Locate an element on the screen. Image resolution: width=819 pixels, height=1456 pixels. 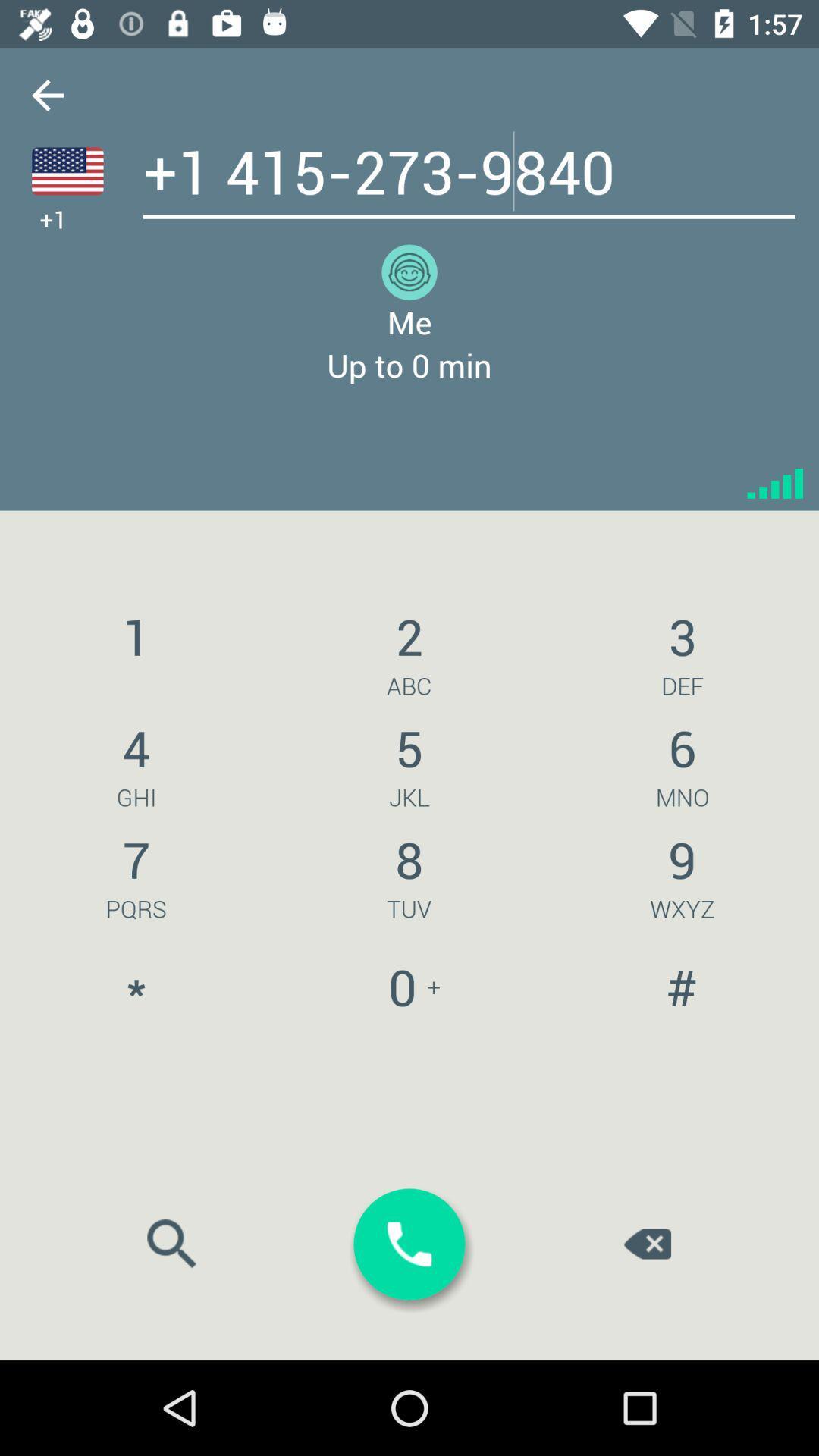
he can activate the simple voice command is located at coordinates (67, 171).